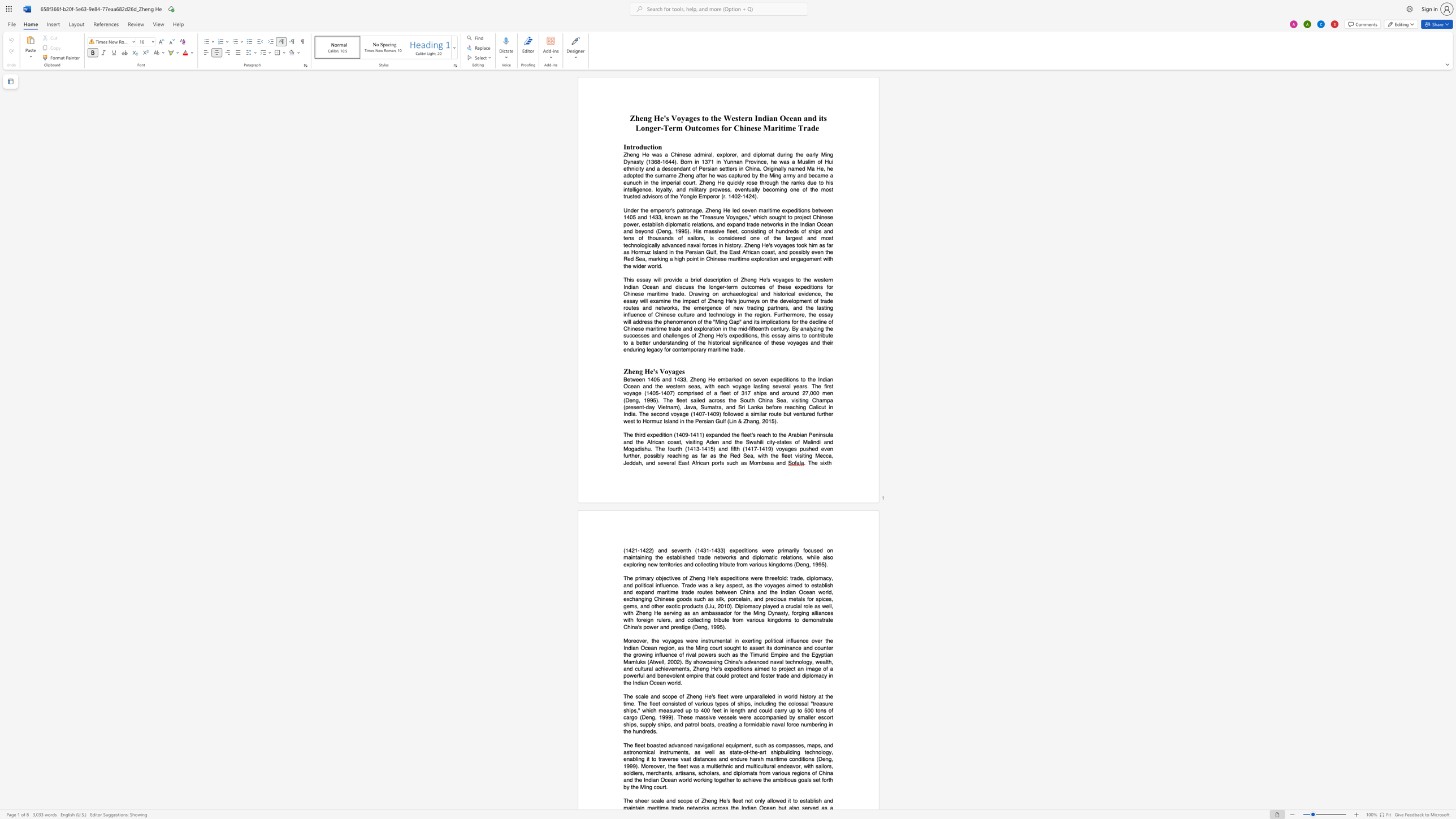  Describe the element at coordinates (683, 675) in the screenshot. I see `the subset text "t empire that could protect and foster trade and diplom" within the text "China"` at that location.